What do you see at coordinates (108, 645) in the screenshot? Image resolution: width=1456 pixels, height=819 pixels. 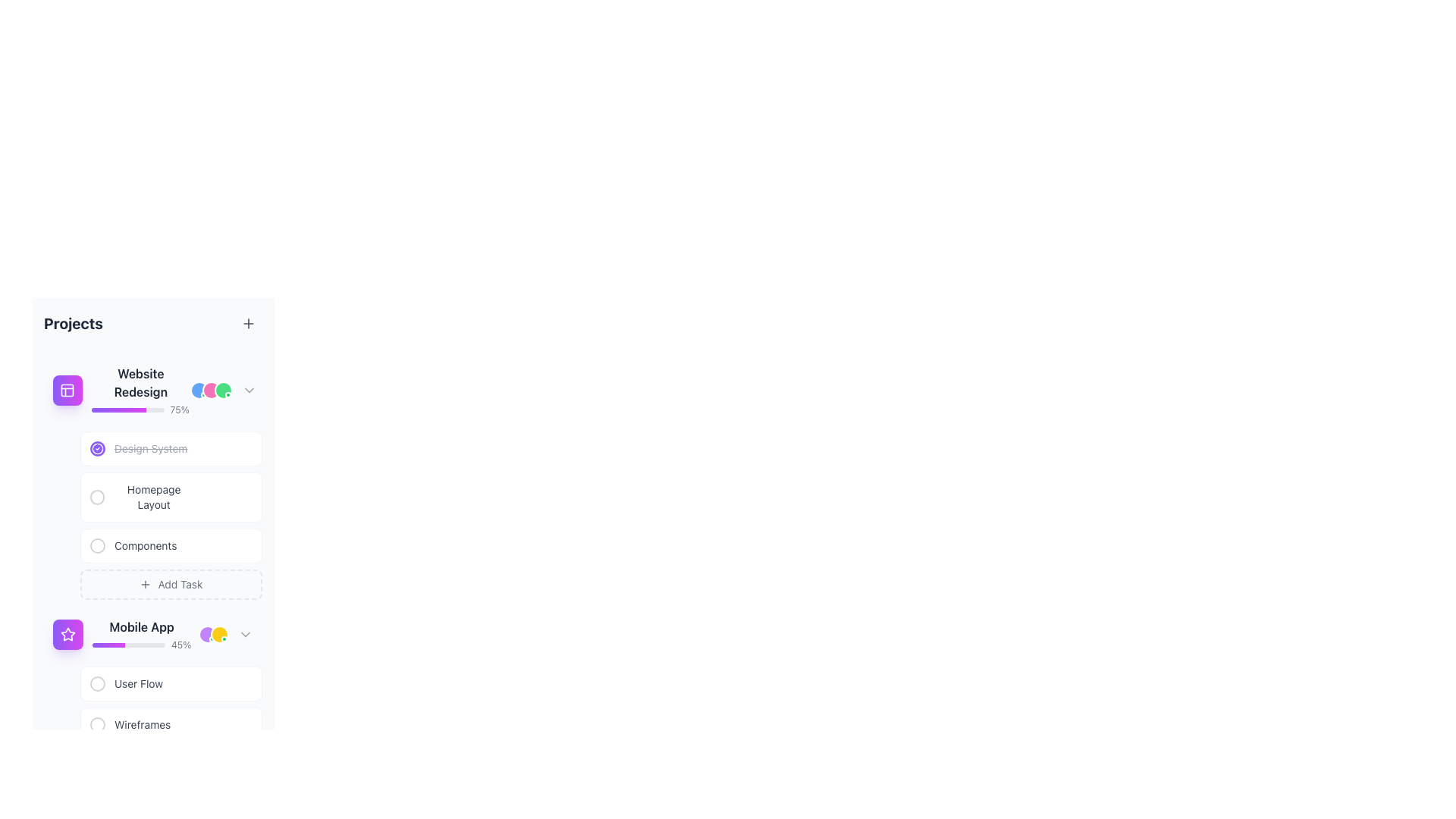 I see `the progress bar fill element under the 'Mobile App' section in the left sidebar, which visually represents the task completion at '45%'` at bounding box center [108, 645].